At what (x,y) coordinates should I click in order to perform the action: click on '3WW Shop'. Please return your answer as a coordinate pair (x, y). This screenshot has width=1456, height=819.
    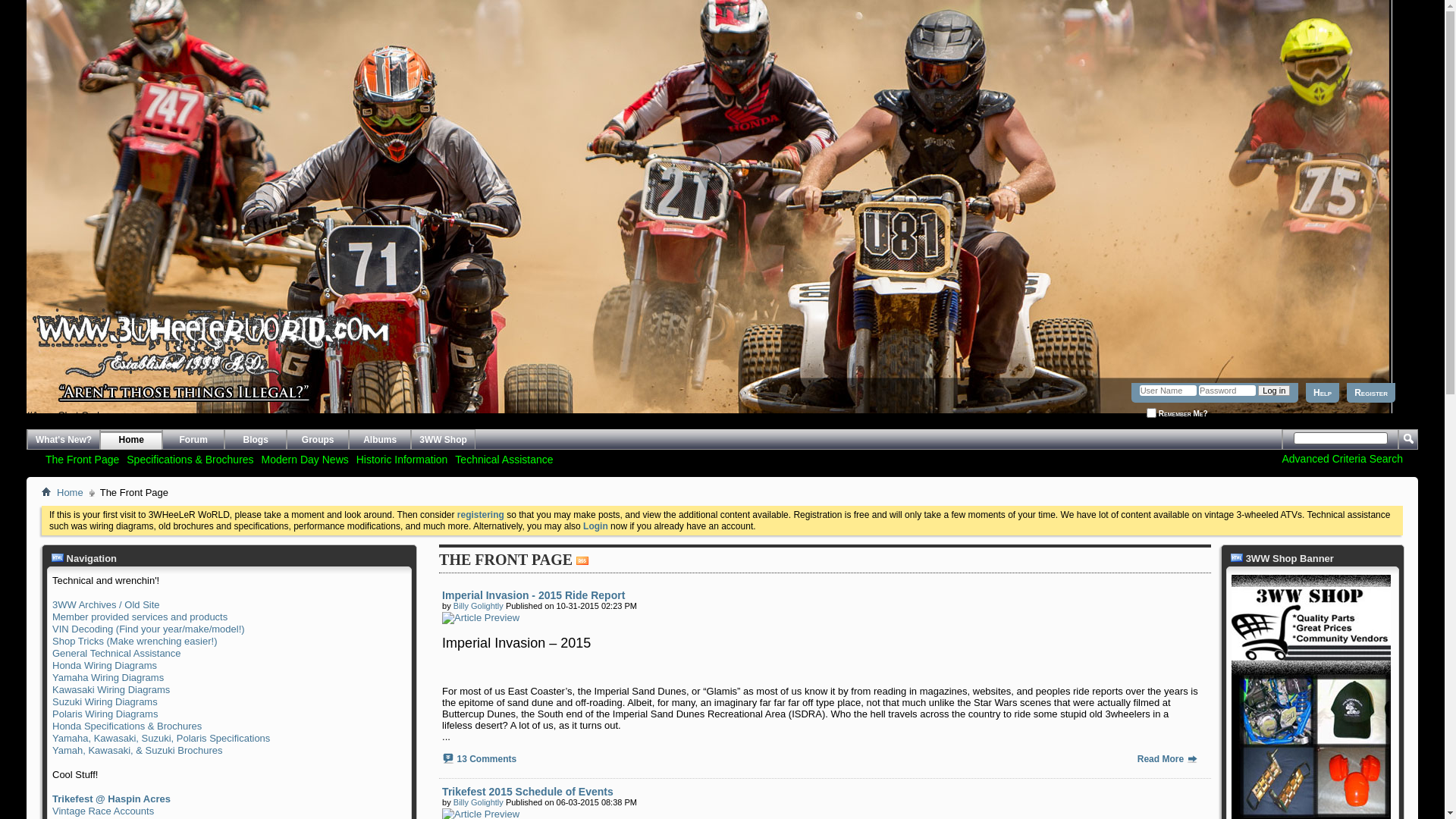
    Looking at the image, I should click on (442, 439).